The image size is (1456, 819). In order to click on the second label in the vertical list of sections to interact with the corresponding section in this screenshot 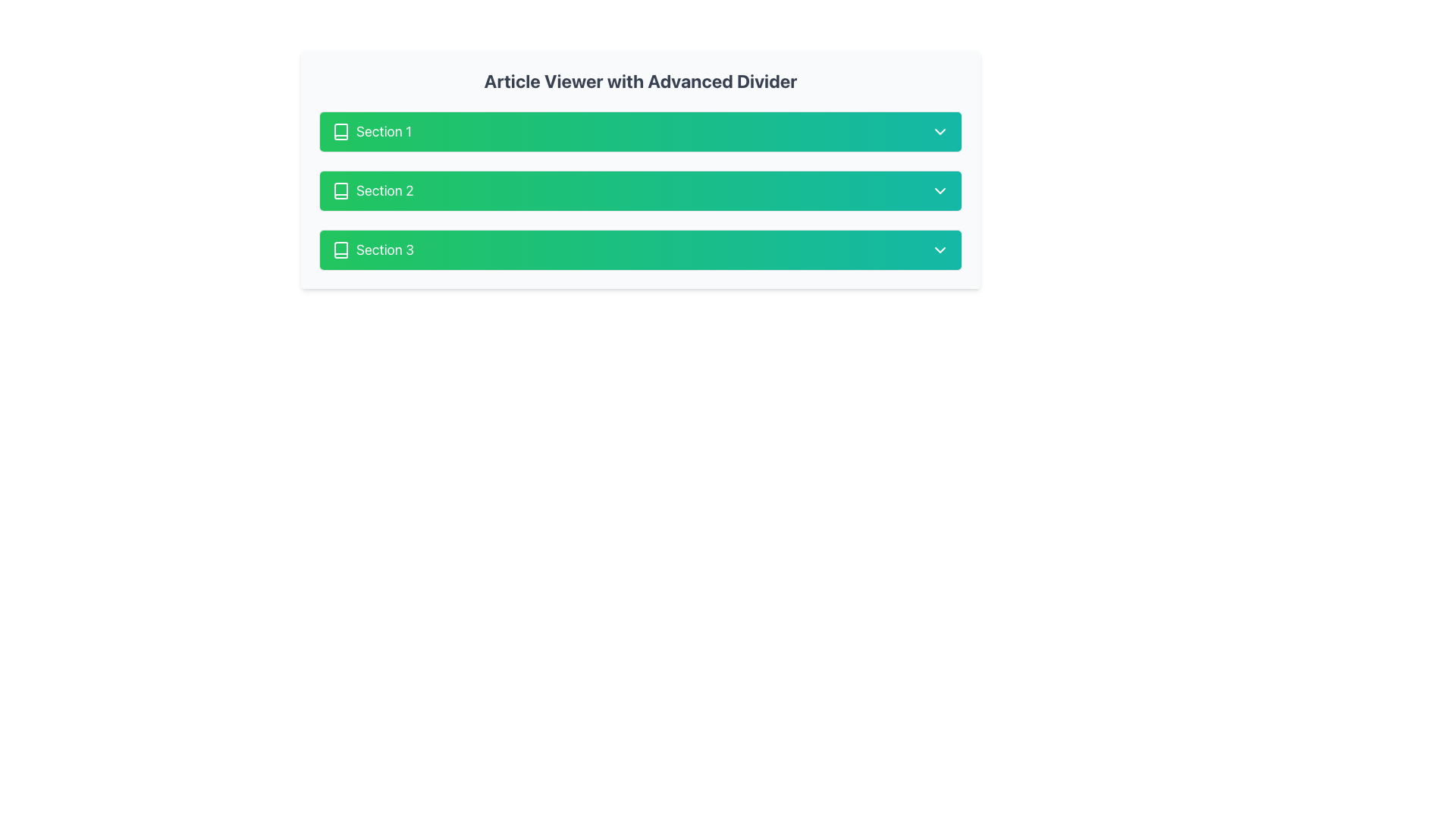, I will do `click(372, 190)`.